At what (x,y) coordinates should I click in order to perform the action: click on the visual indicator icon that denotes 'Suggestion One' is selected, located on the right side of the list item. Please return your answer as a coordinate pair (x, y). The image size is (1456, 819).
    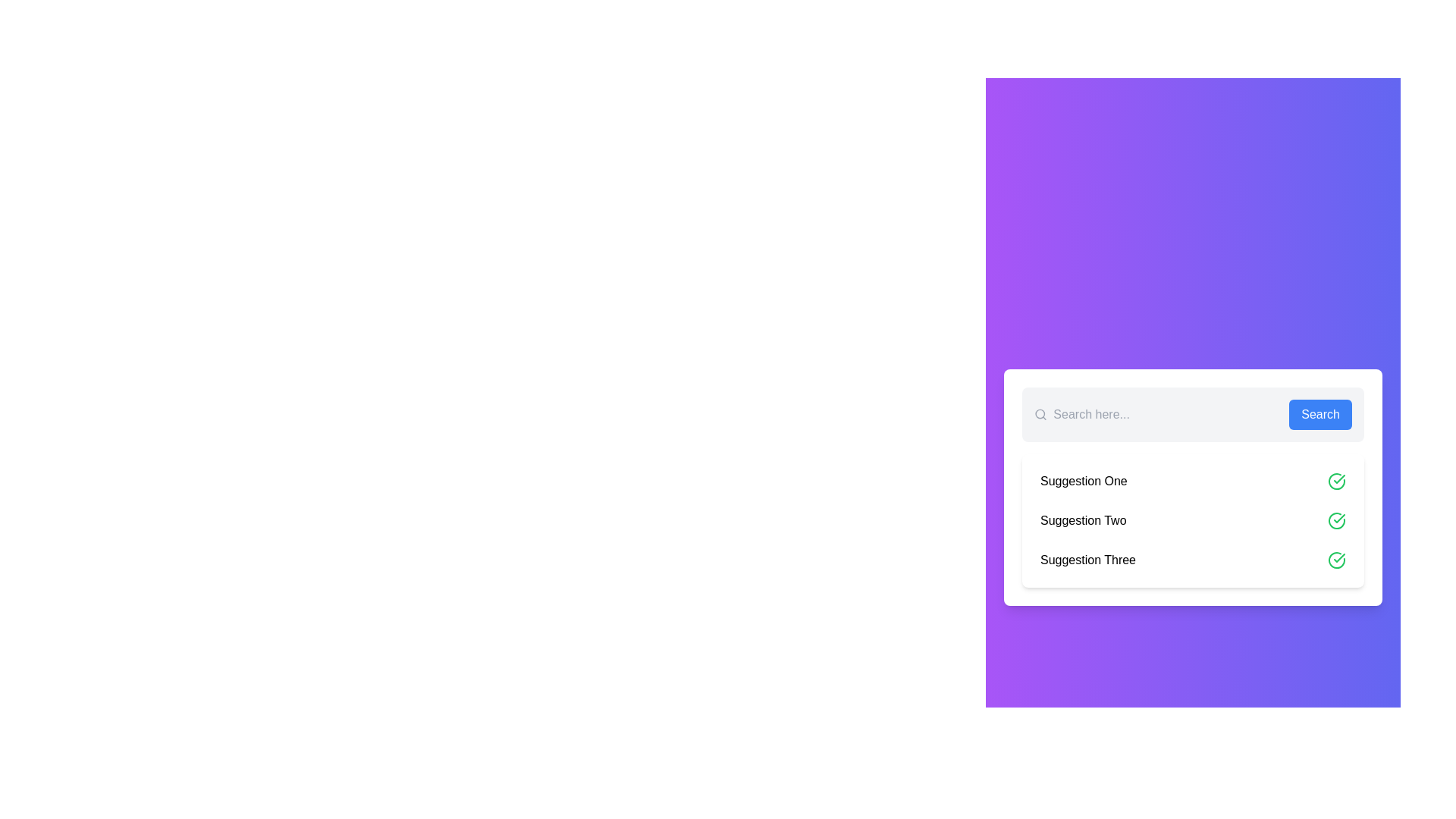
    Looking at the image, I should click on (1336, 482).